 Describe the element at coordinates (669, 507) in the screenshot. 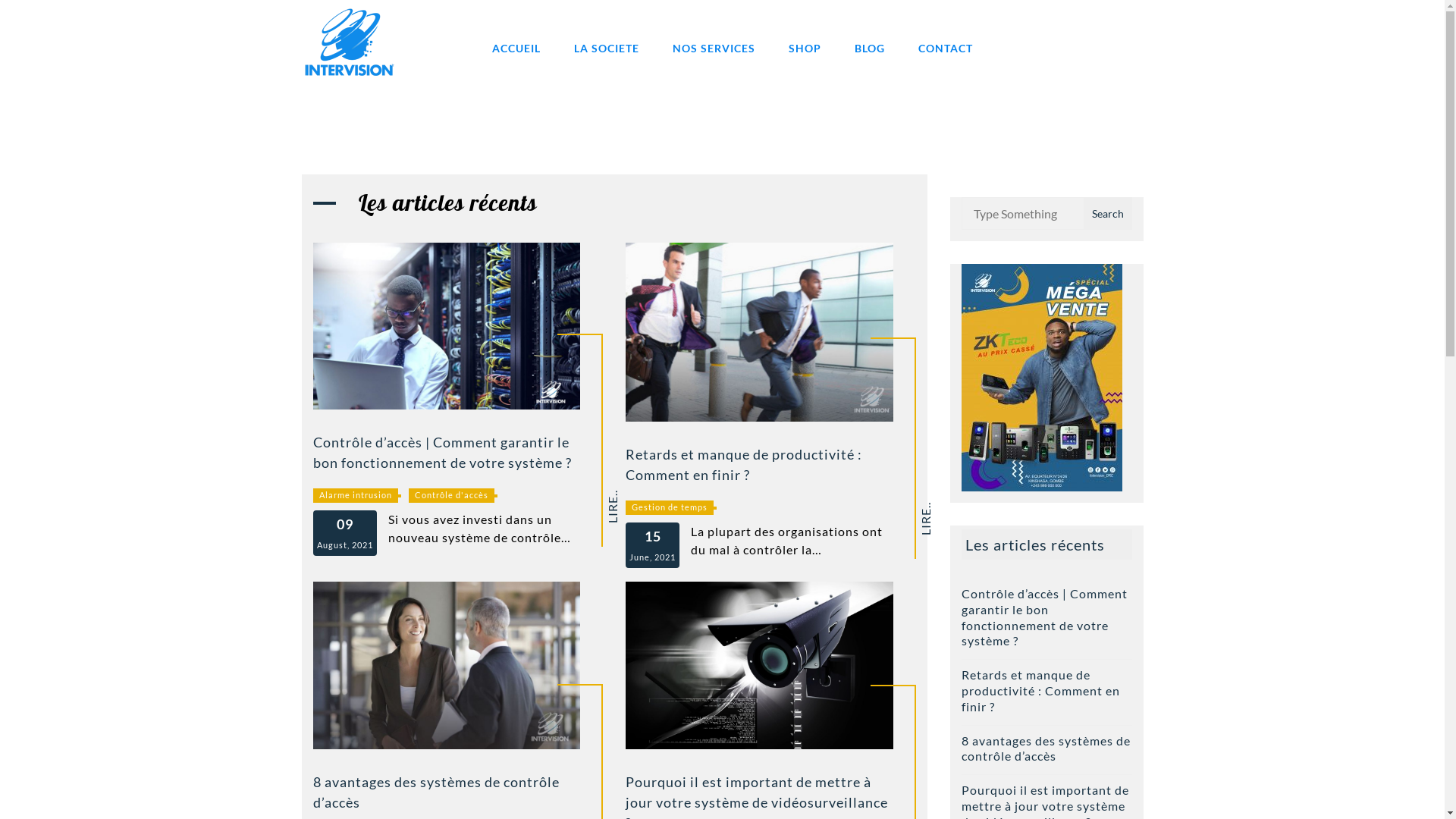

I see `'Gestion de temps'` at that location.